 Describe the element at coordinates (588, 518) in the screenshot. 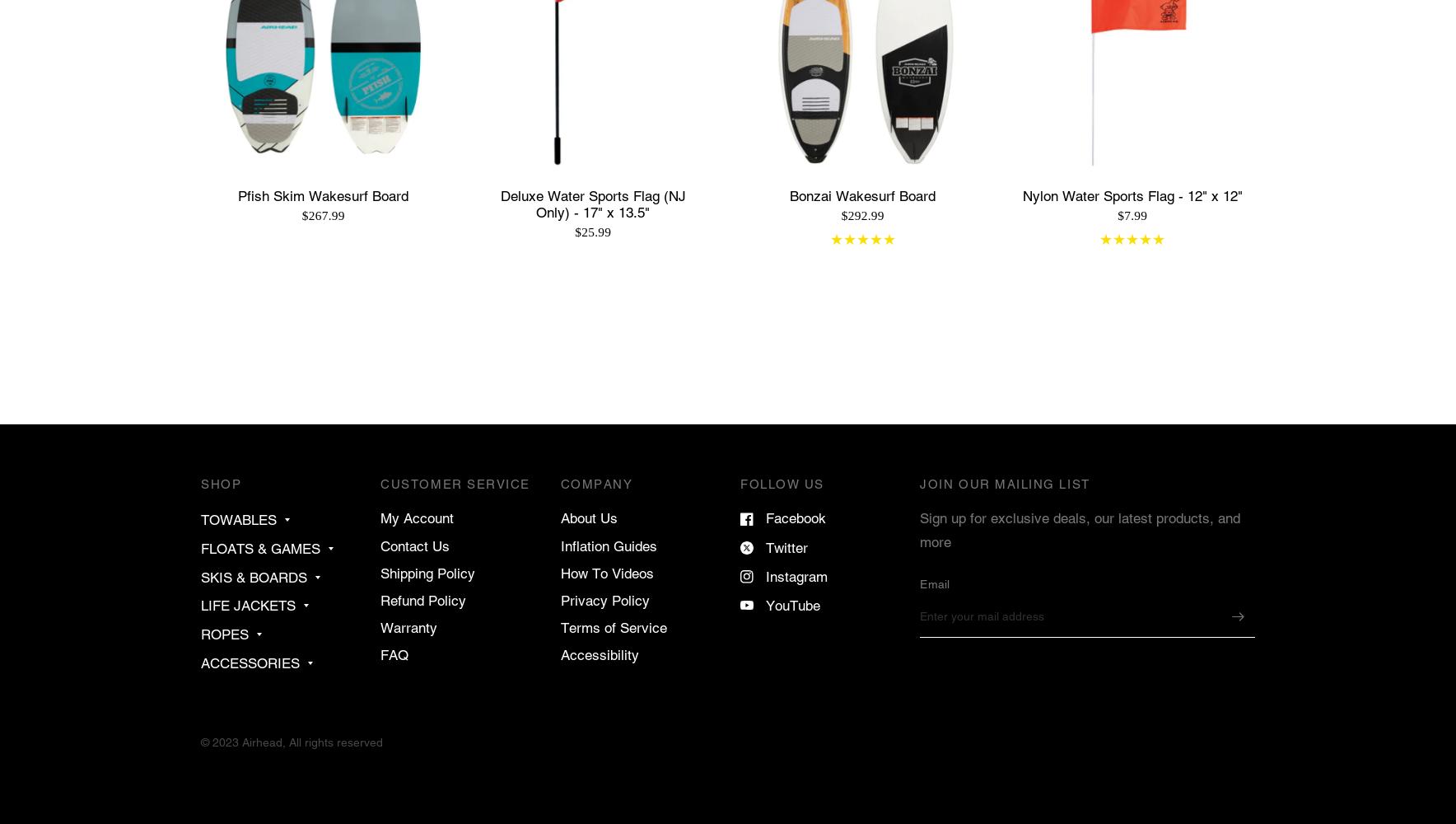

I see `'About Us'` at that location.